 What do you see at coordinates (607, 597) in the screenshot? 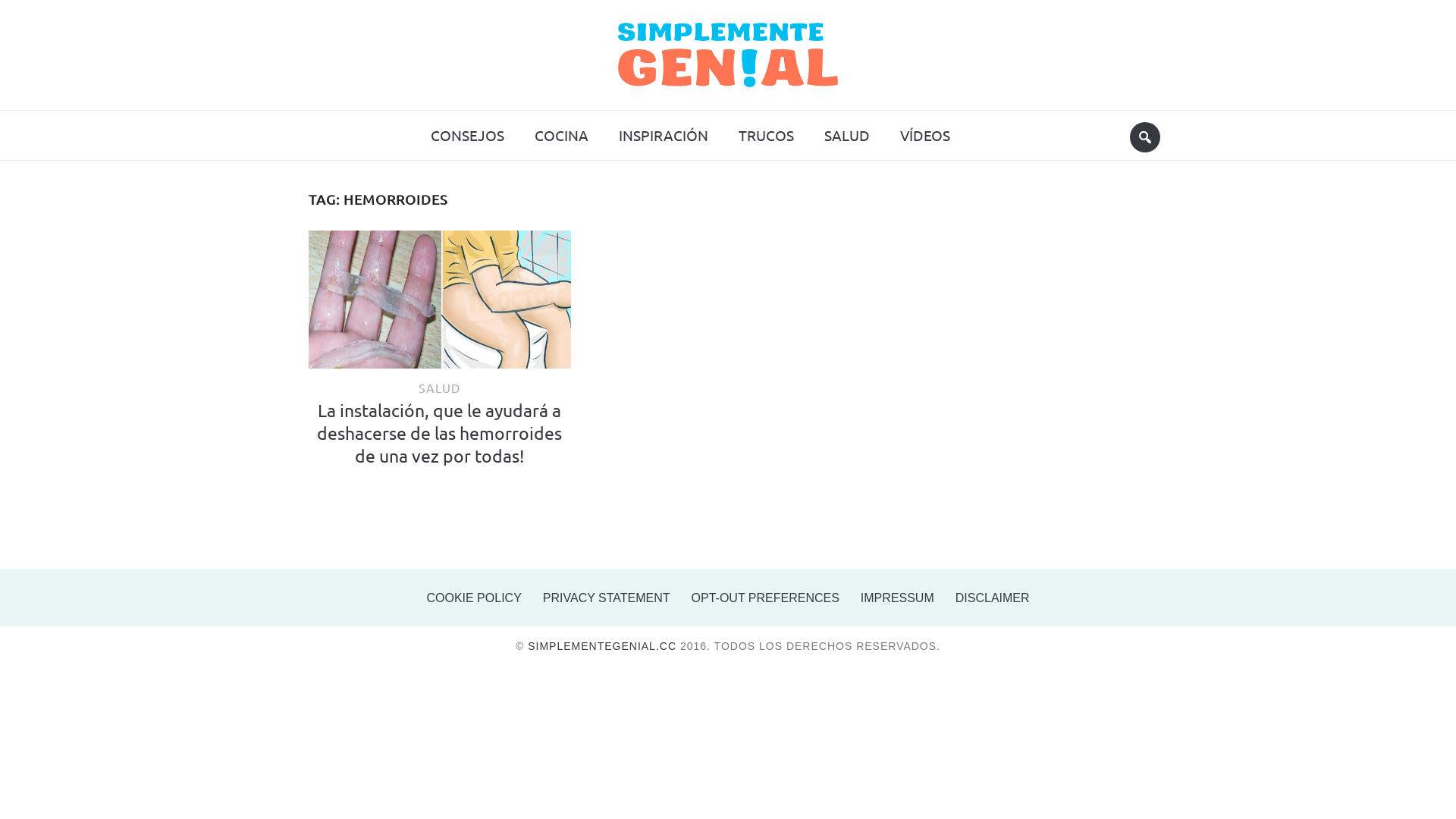
I see `'PRIVACY STATEMENT'` at bounding box center [607, 597].